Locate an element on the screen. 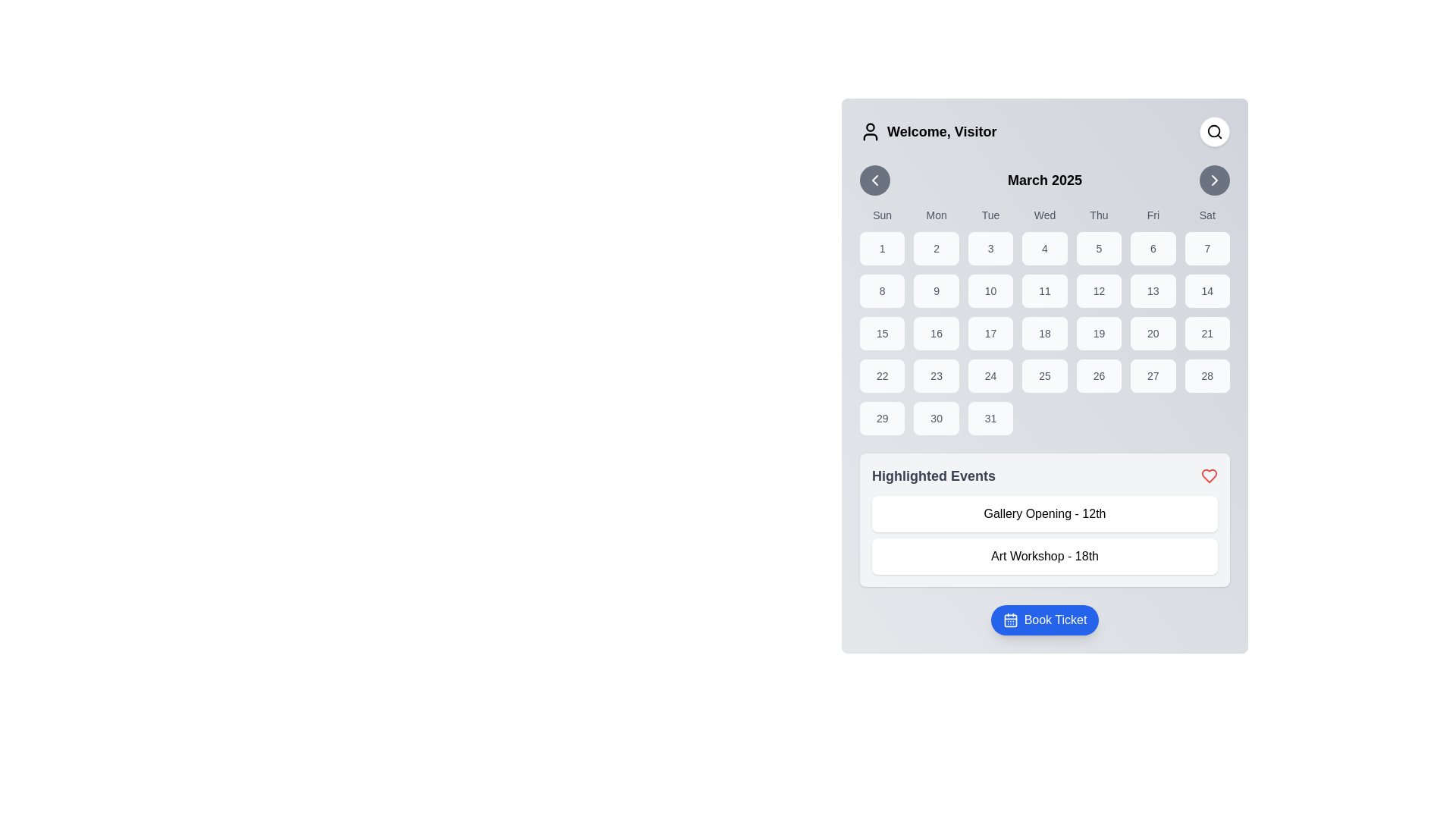 This screenshot has width=1456, height=819. the Calendar date cell displaying '1', styled as a button with rounded corners and a light gray background, located in the top-left corner of the calendar under 'Sun' is located at coordinates (882, 247).